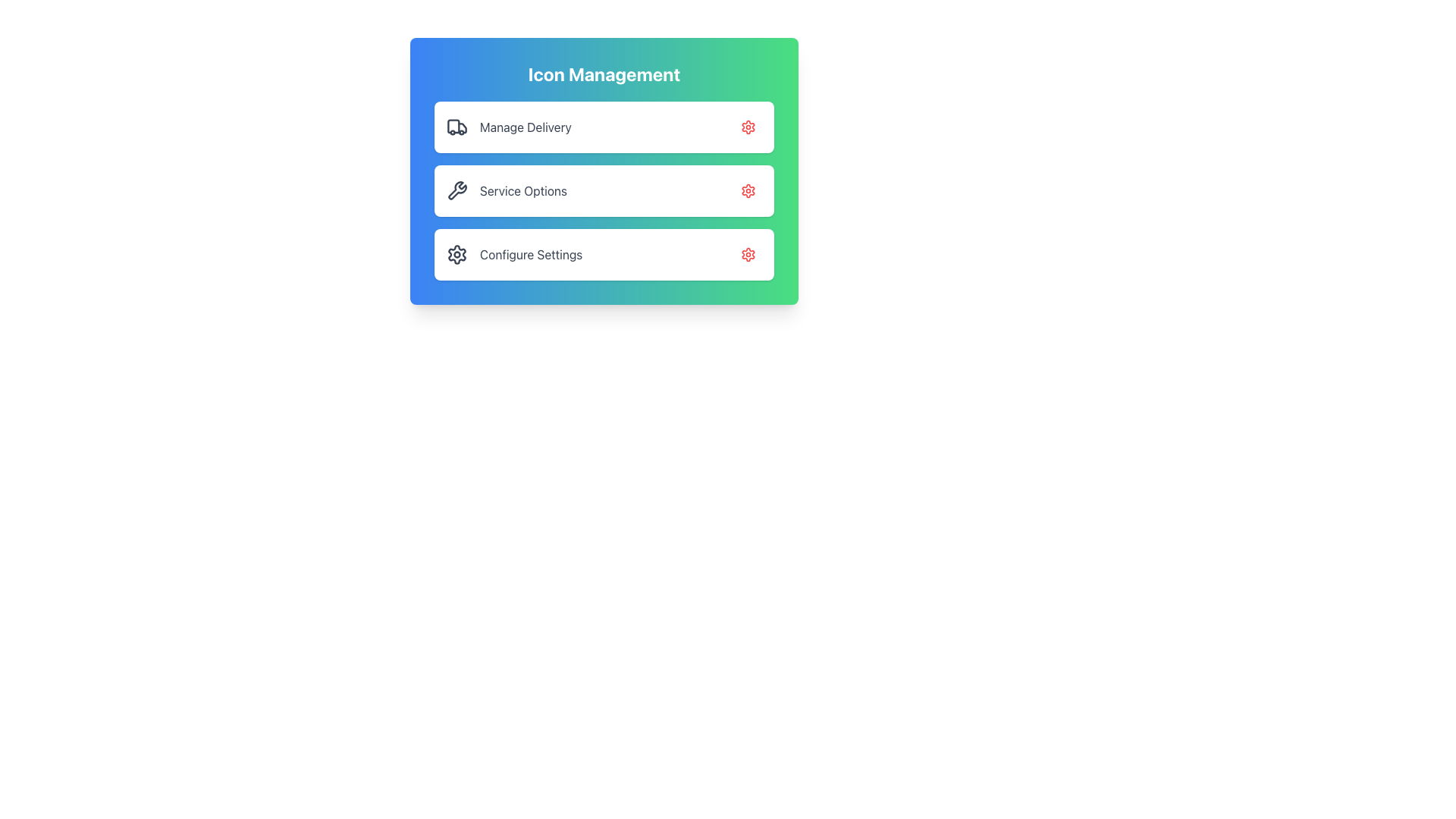 The width and height of the screenshot is (1456, 819). I want to click on the wrench SVG icon, so click(457, 190).